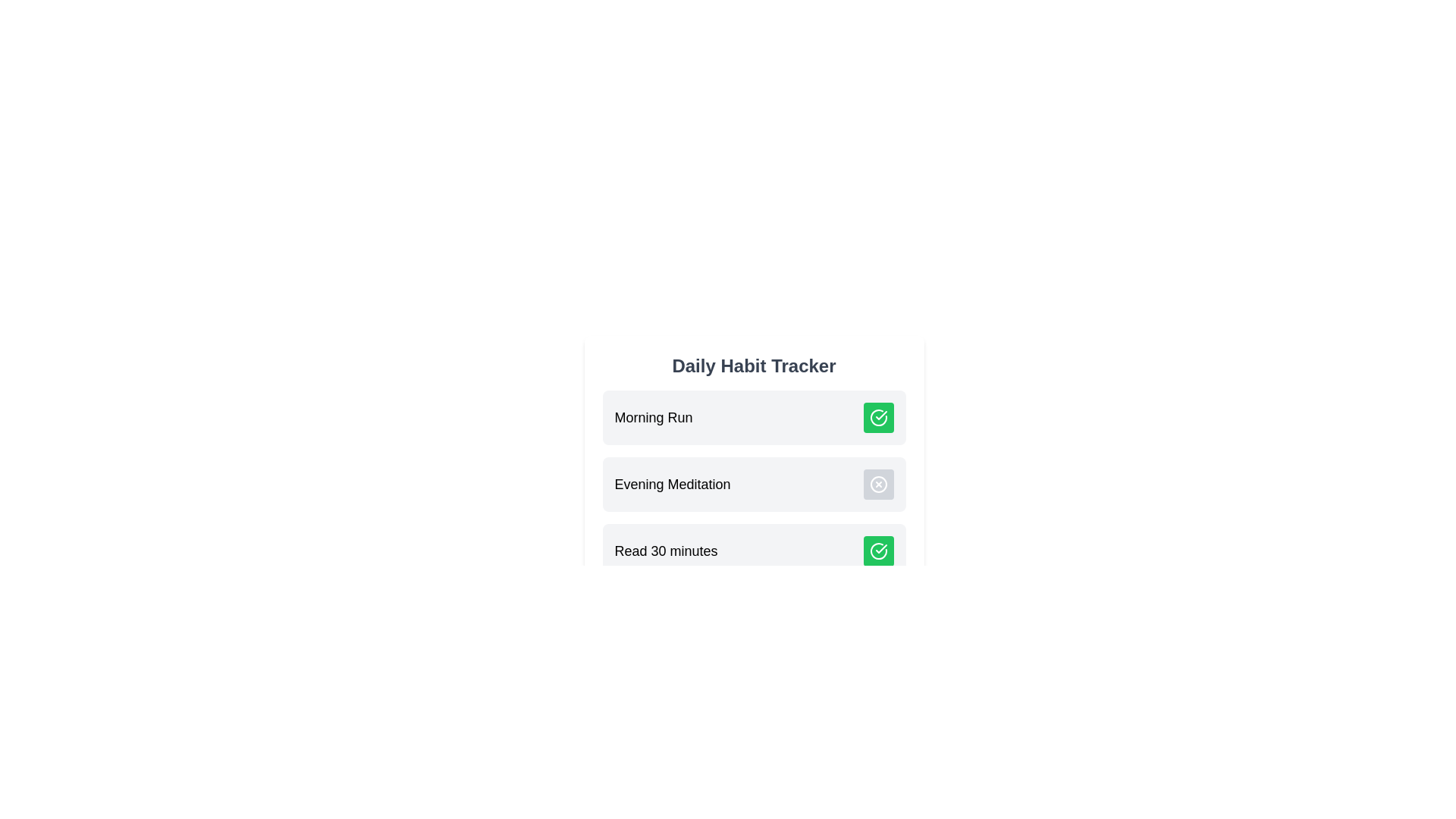 The width and height of the screenshot is (1456, 819). I want to click on the 'Morning Run' text label, which serves as a title in the 'Daily Habit Tracker' section, positioned to the left of a green circular button with a checkmark icon, so click(654, 418).